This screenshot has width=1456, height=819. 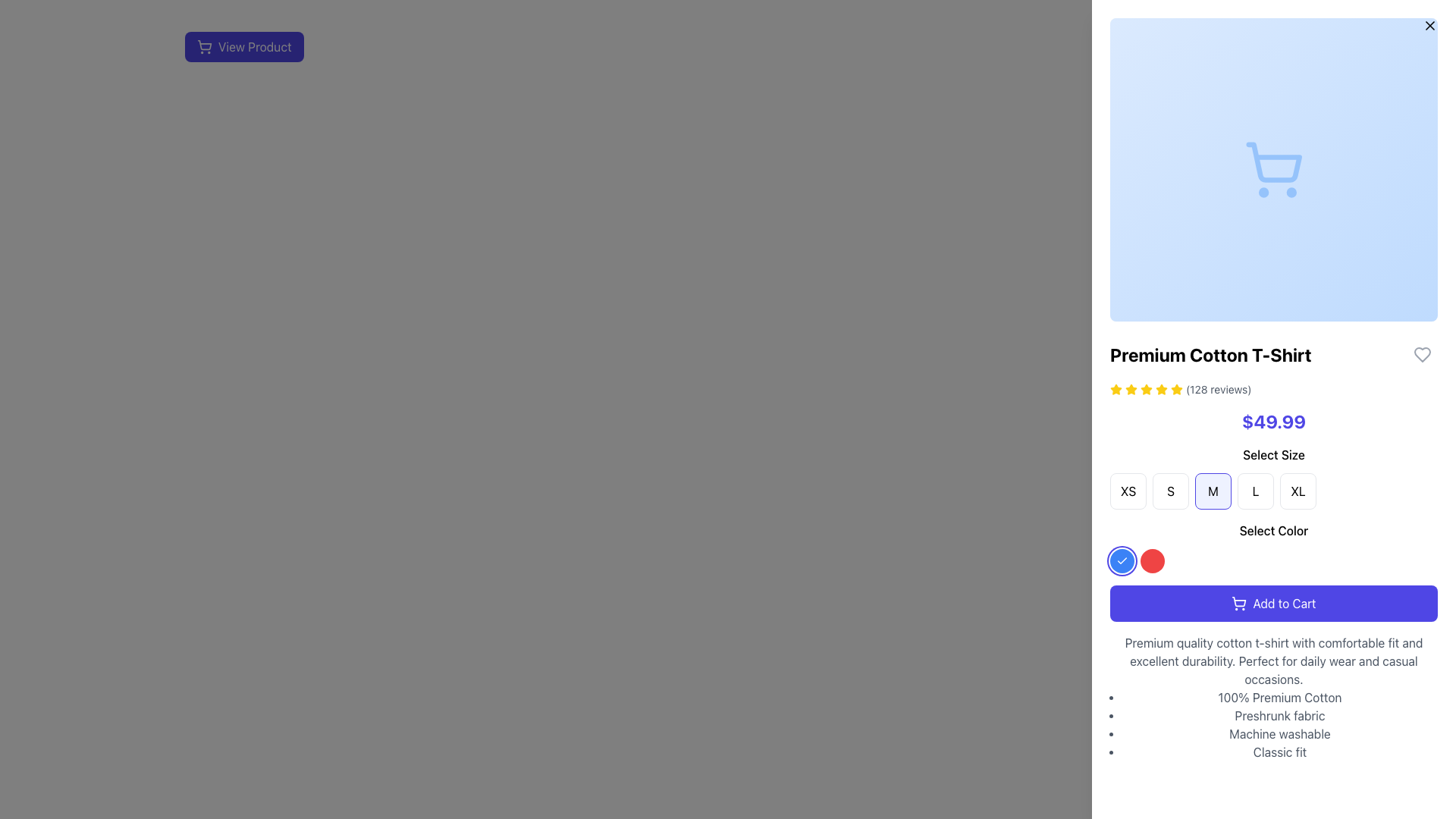 What do you see at coordinates (669, 45) in the screenshot?
I see `the product detail button located at the upper-left side of the interface` at bounding box center [669, 45].